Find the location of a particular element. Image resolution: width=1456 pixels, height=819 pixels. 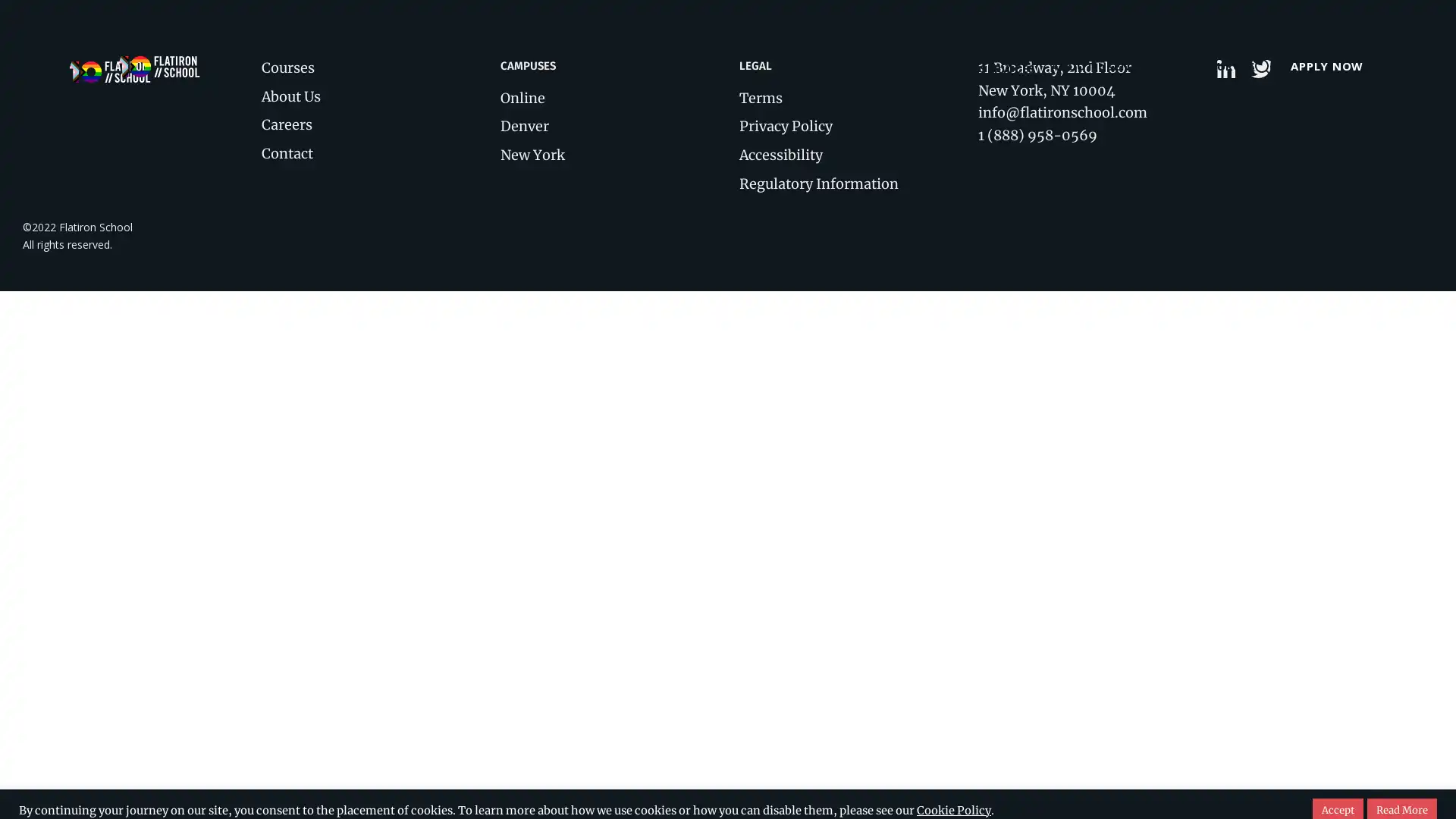

ENTERPRISE is located at coordinates (1073, 65).